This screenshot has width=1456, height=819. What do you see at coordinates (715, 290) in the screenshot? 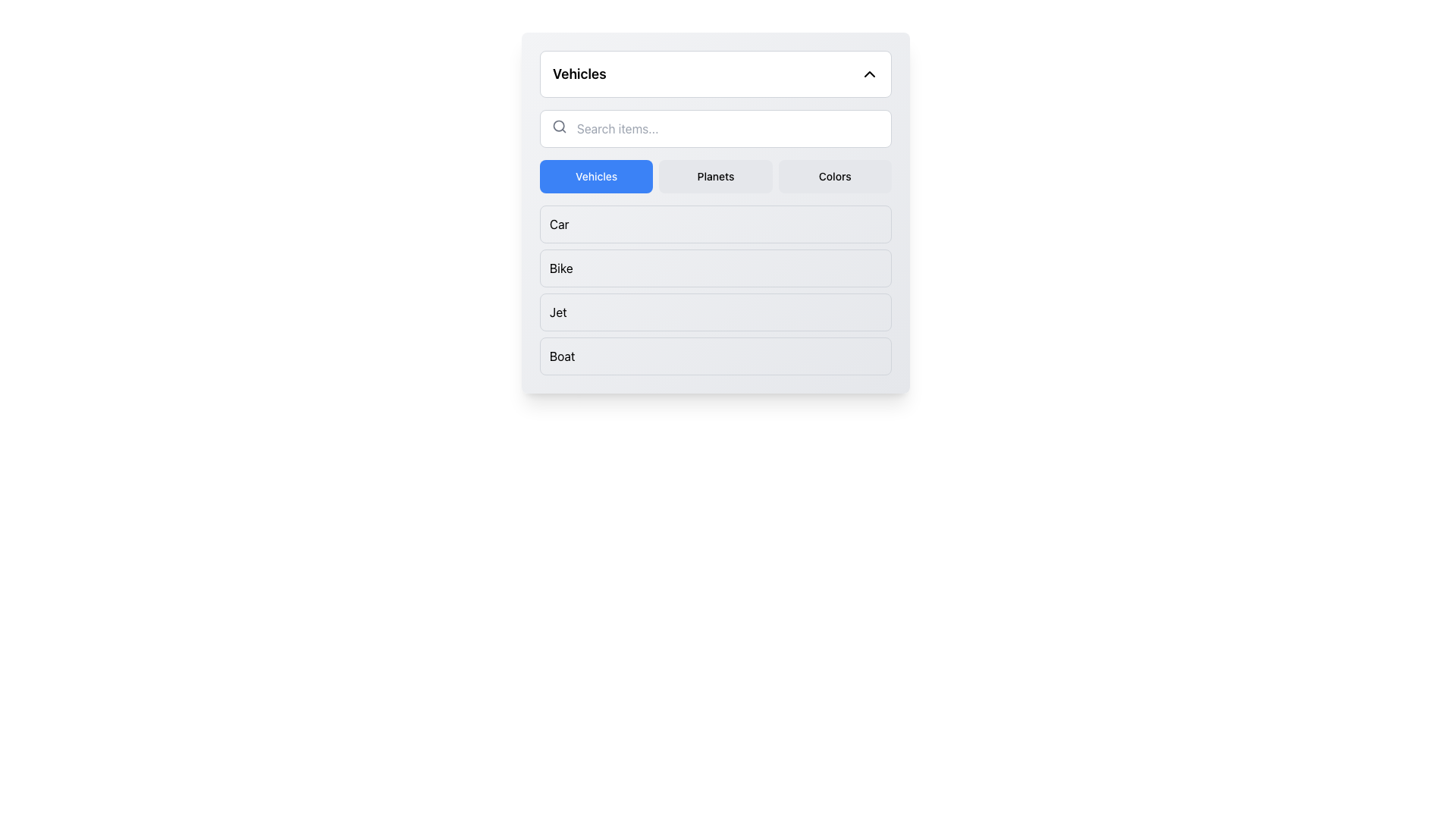
I see `the vertically stacked list component containing items 'Car', 'Bike', 'Jet', and 'Boat'` at bounding box center [715, 290].